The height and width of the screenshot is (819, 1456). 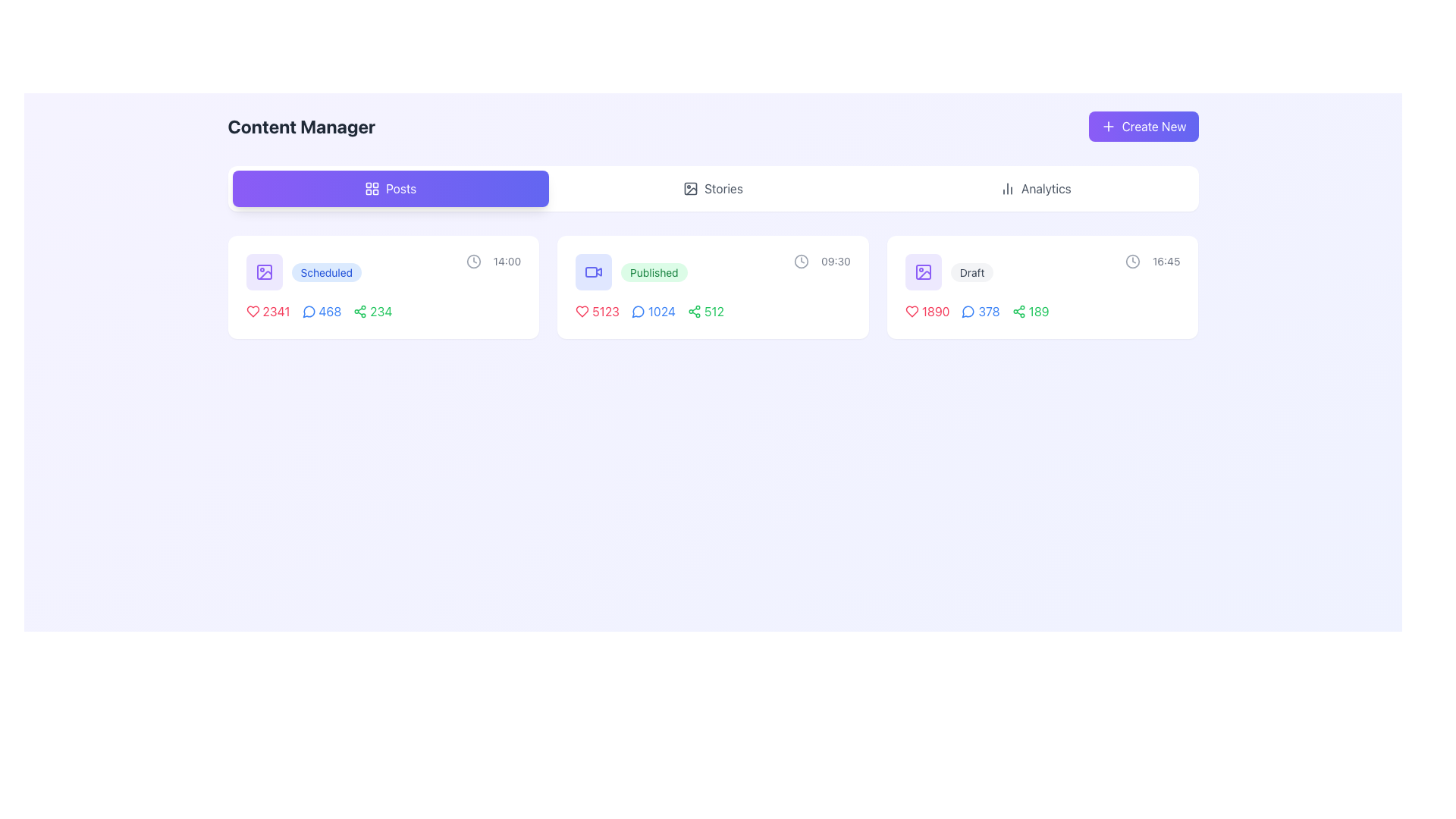 What do you see at coordinates (981, 311) in the screenshot?
I see `the number of interactions displayed as '378' with a blue chat bubble icon in the 'Draft' card of the 'Posts' section` at bounding box center [981, 311].